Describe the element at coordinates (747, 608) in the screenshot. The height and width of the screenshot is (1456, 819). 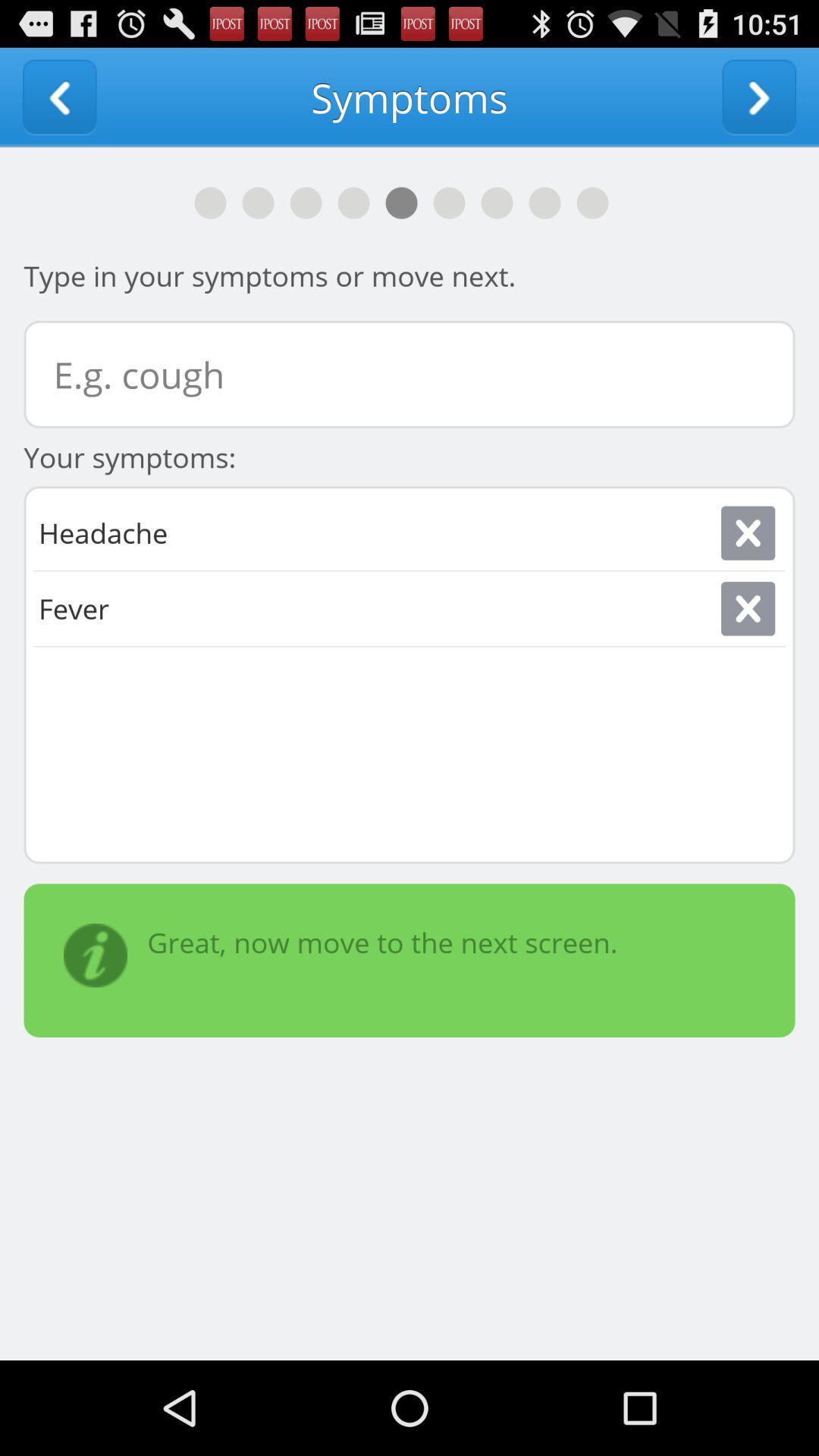
I see `close` at that location.